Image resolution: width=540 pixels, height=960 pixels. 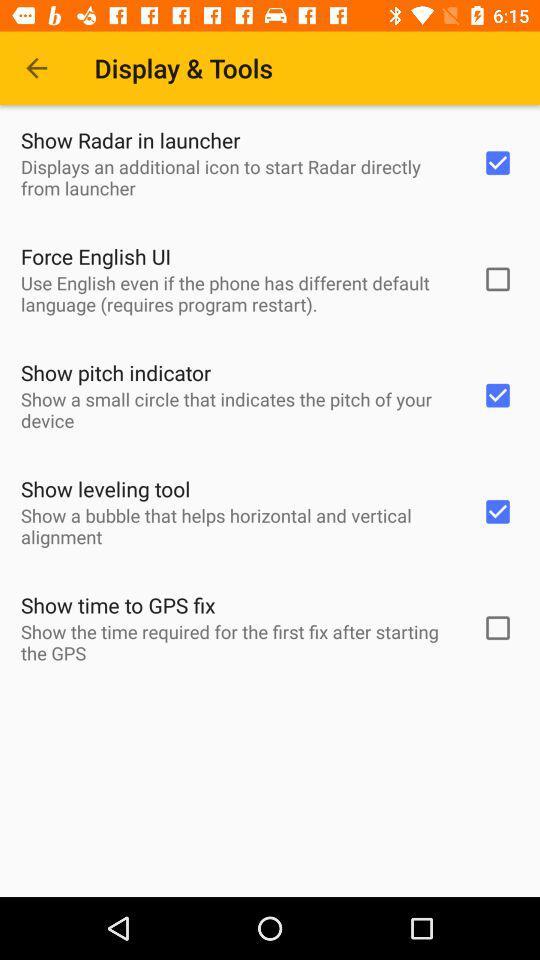 What do you see at coordinates (105, 488) in the screenshot?
I see `icon above the show a bubble item` at bounding box center [105, 488].